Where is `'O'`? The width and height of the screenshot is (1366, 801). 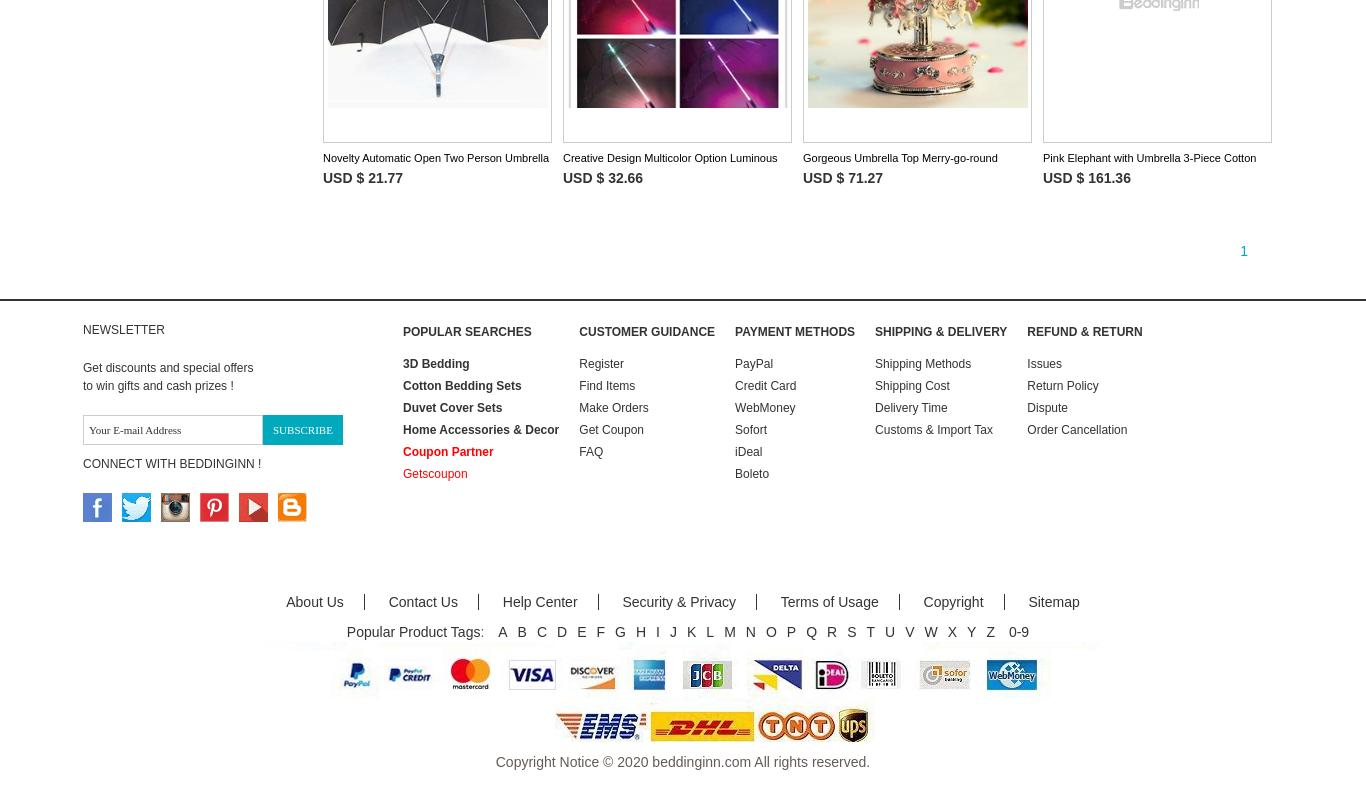 'O' is located at coordinates (764, 630).